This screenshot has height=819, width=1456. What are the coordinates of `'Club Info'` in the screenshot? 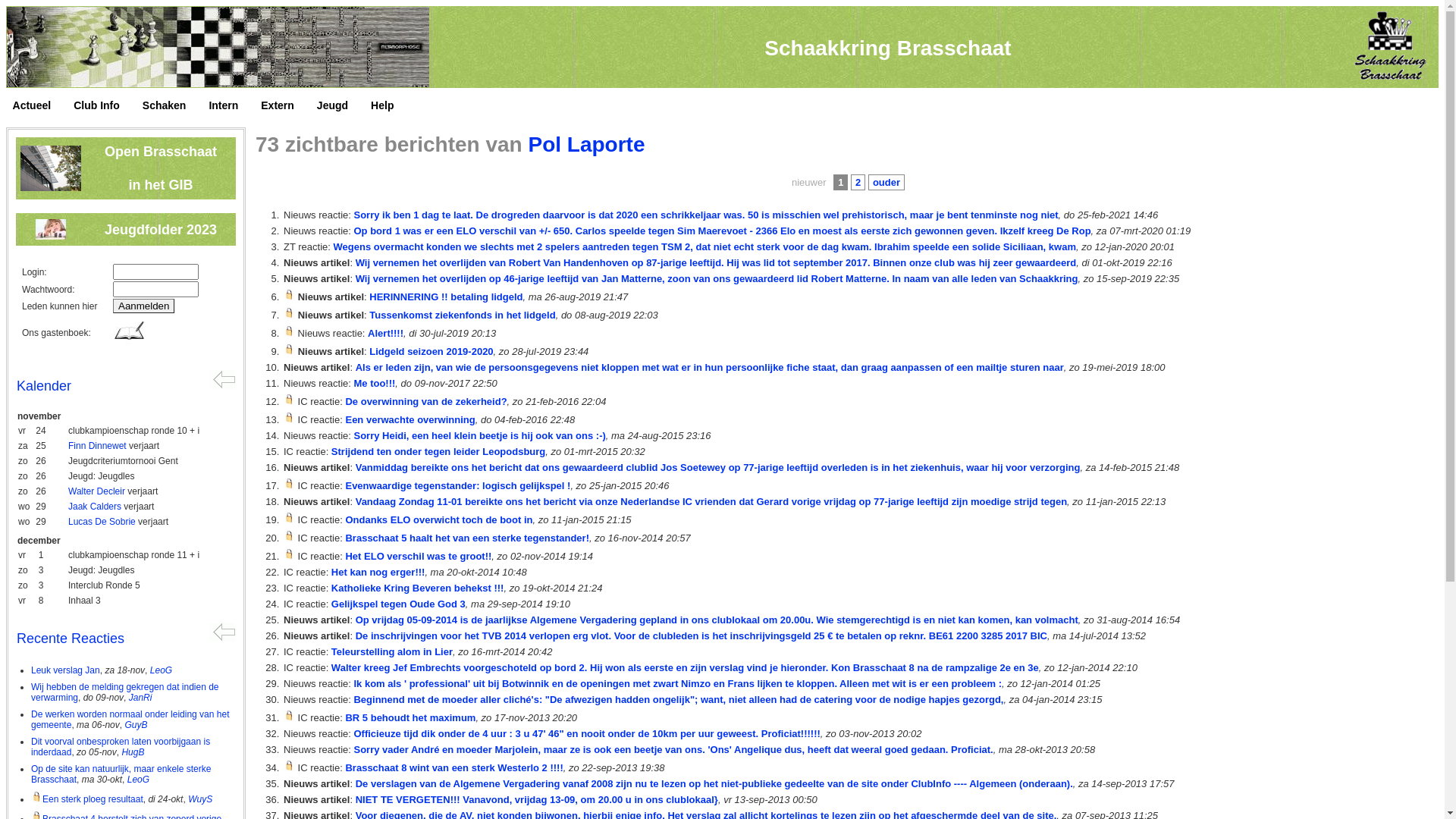 It's located at (72, 105).